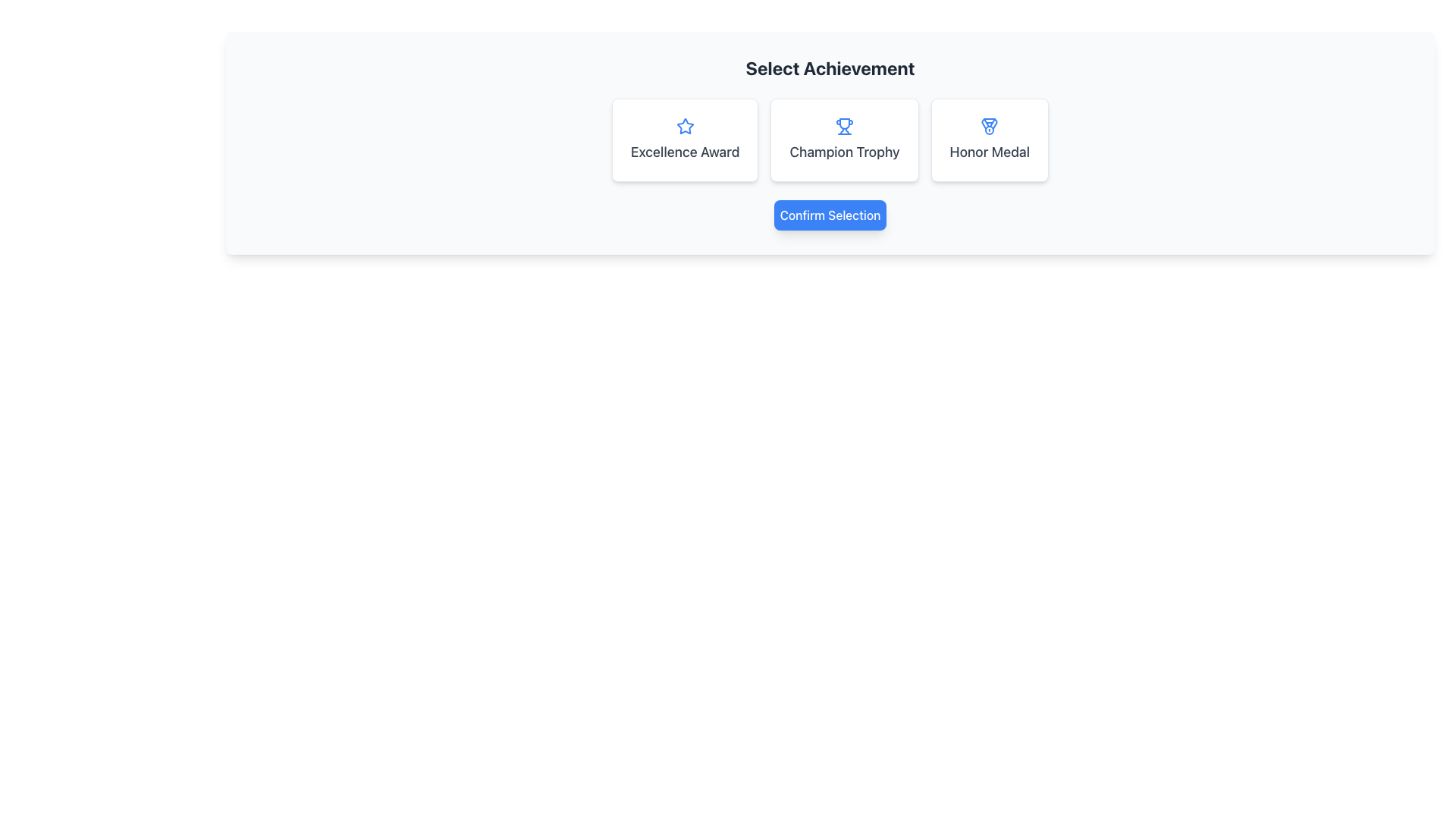 This screenshot has height=819, width=1456. What do you see at coordinates (843, 152) in the screenshot?
I see `text label displaying 'Champion Trophy' which is styled in gray and positioned at the center of the middle card among three selectable cards` at bounding box center [843, 152].